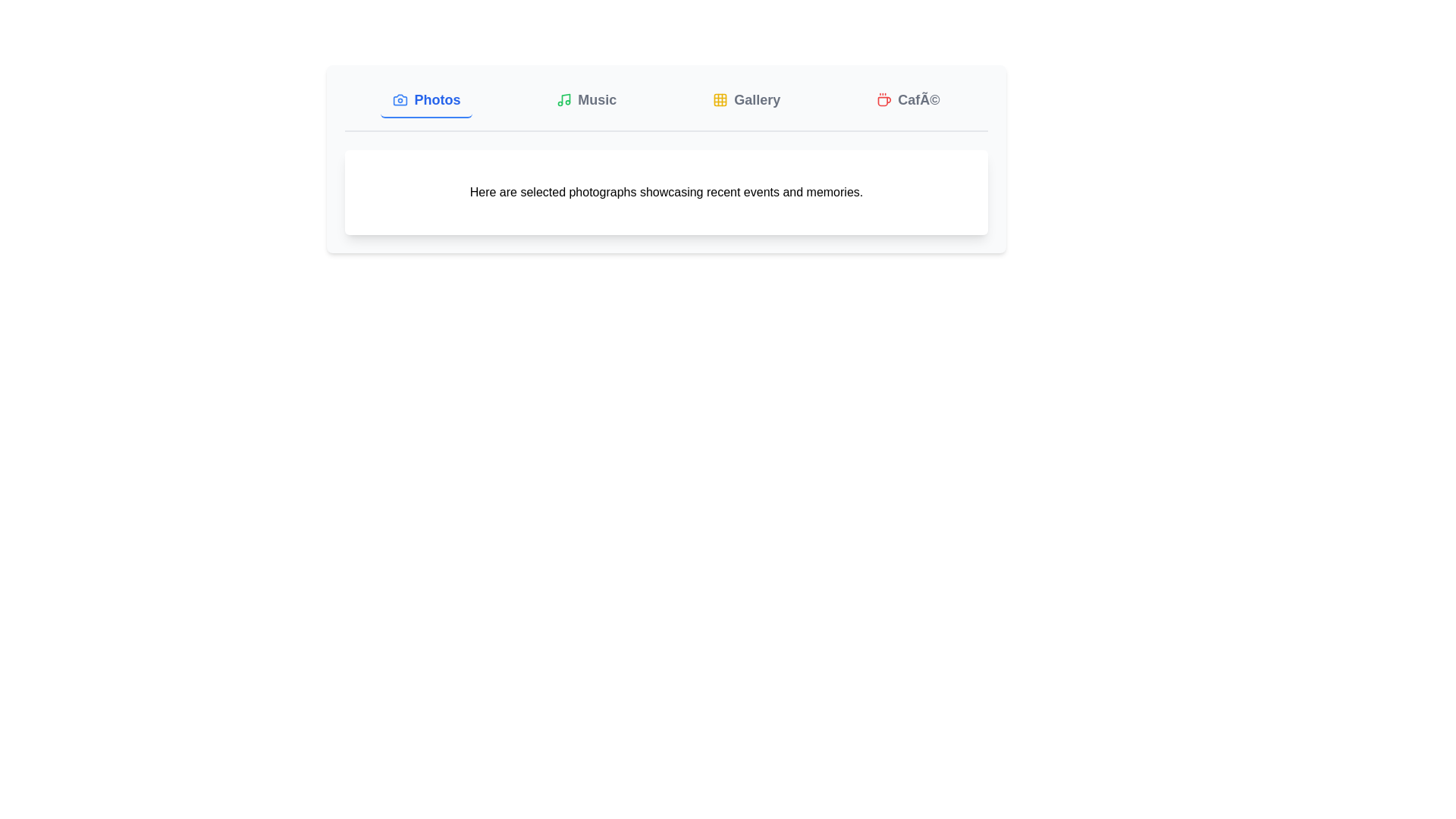 This screenshot has height=819, width=1456. What do you see at coordinates (746, 100) in the screenshot?
I see `the 'Gallery' button in the navigation bar, which features a yellow grid icon and gray text in a modern sans-serif font` at bounding box center [746, 100].